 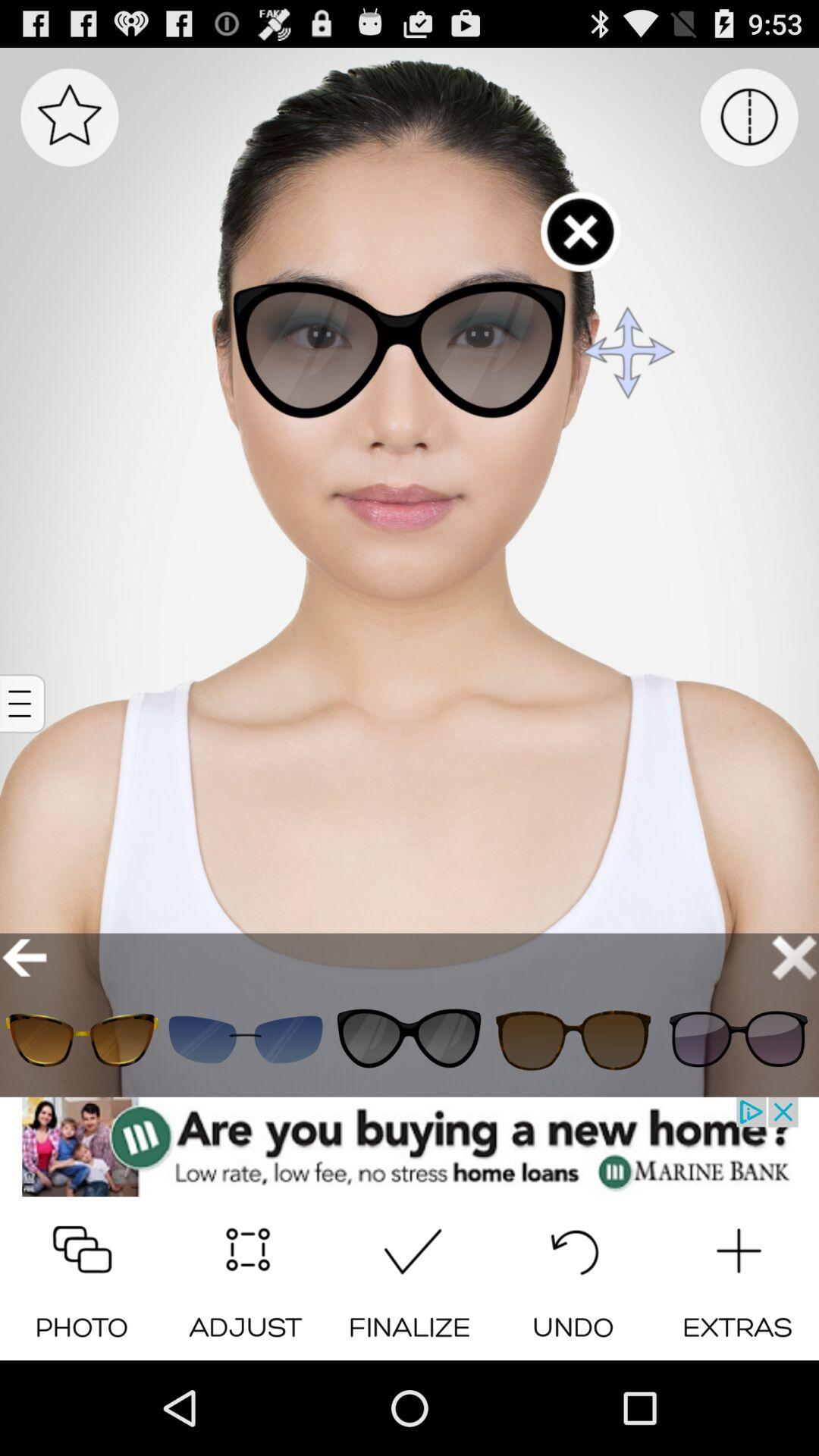 What do you see at coordinates (24, 956) in the screenshot?
I see `go back` at bounding box center [24, 956].